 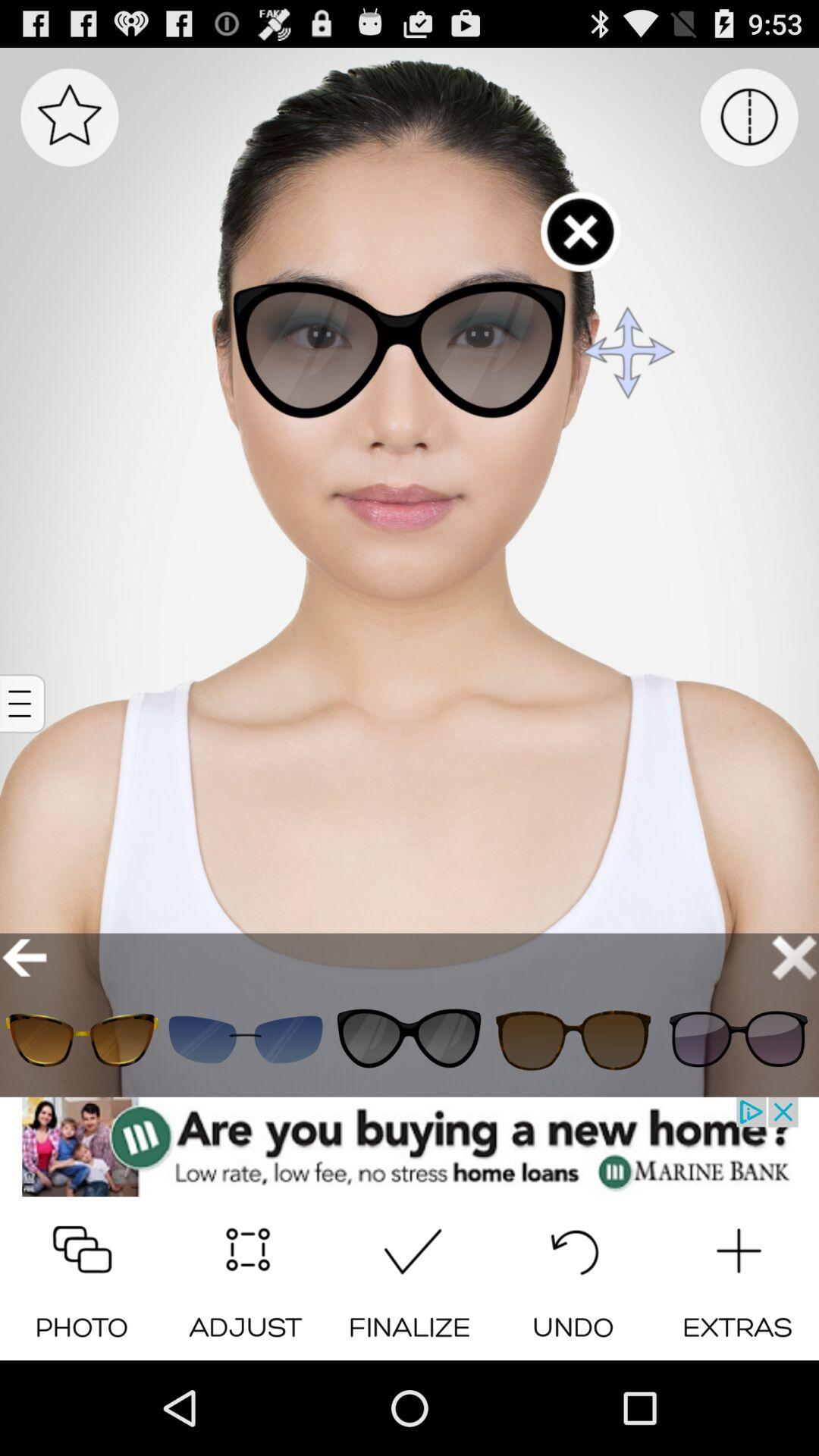 What do you see at coordinates (24, 956) in the screenshot?
I see `go back` at bounding box center [24, 956].